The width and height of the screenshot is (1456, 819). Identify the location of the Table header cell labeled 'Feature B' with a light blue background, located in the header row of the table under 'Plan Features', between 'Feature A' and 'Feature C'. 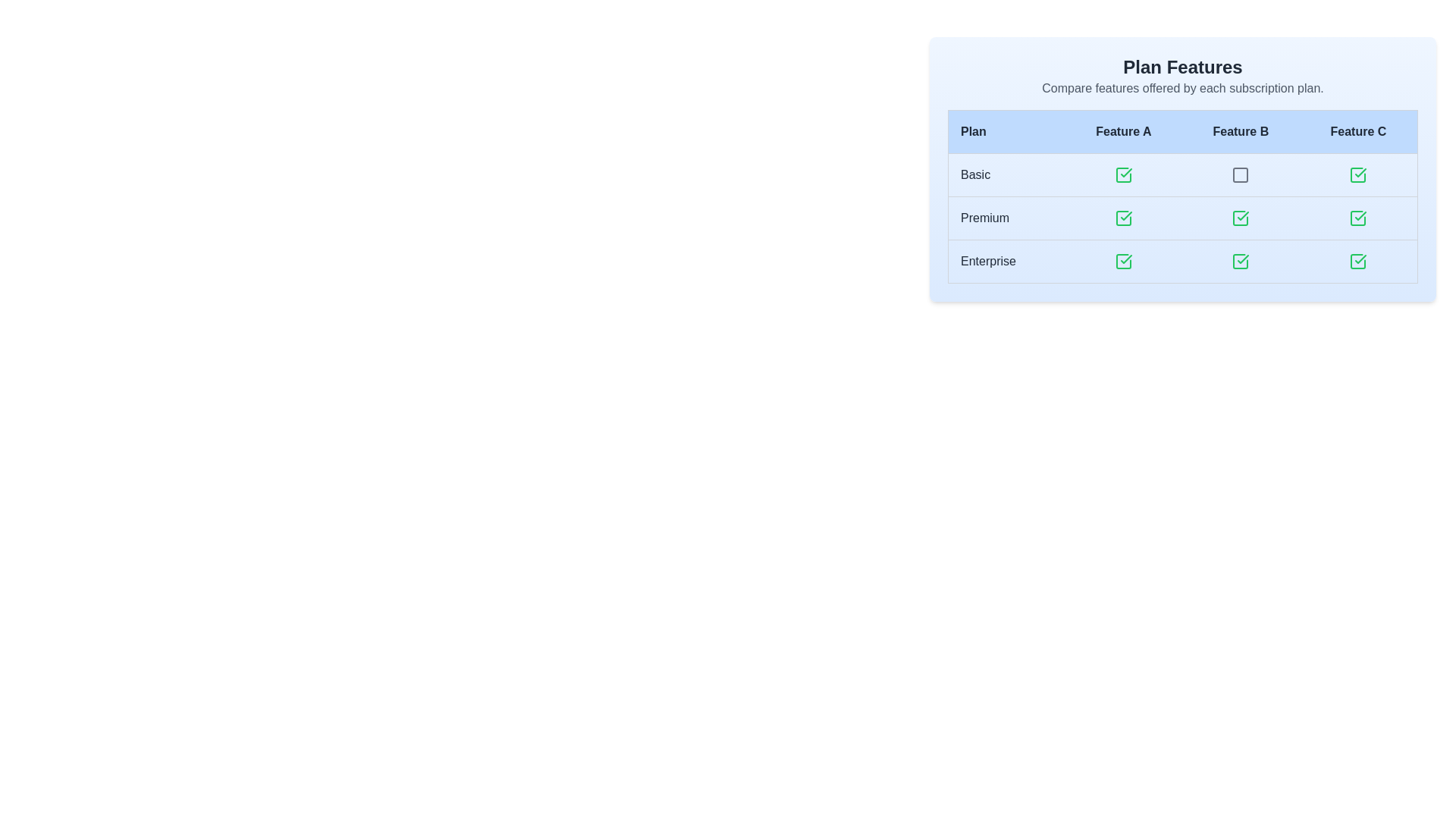
(1241, 130).